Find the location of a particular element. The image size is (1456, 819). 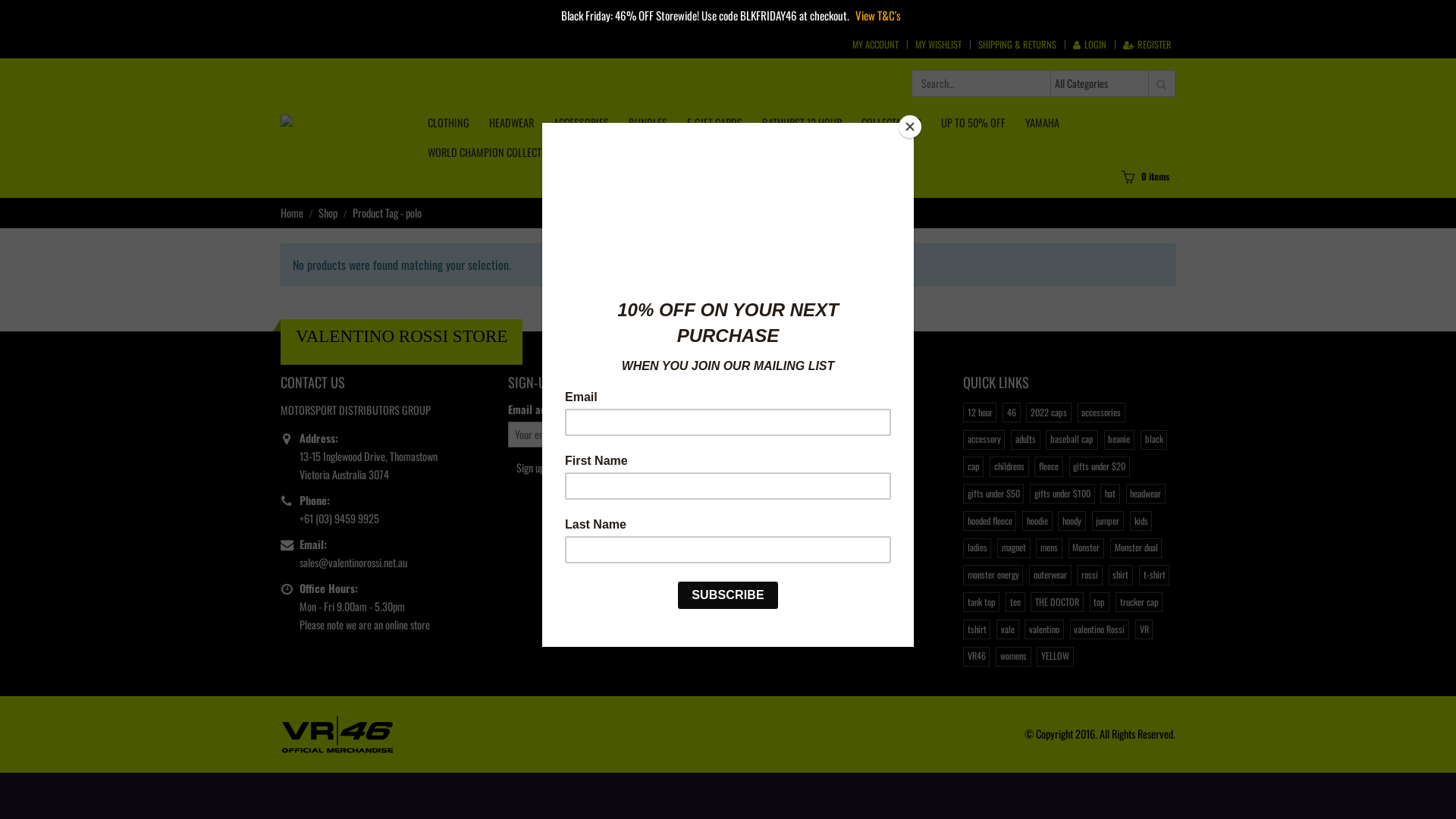

'E-GIFT CARDS' is located at coordinates (714, 121).